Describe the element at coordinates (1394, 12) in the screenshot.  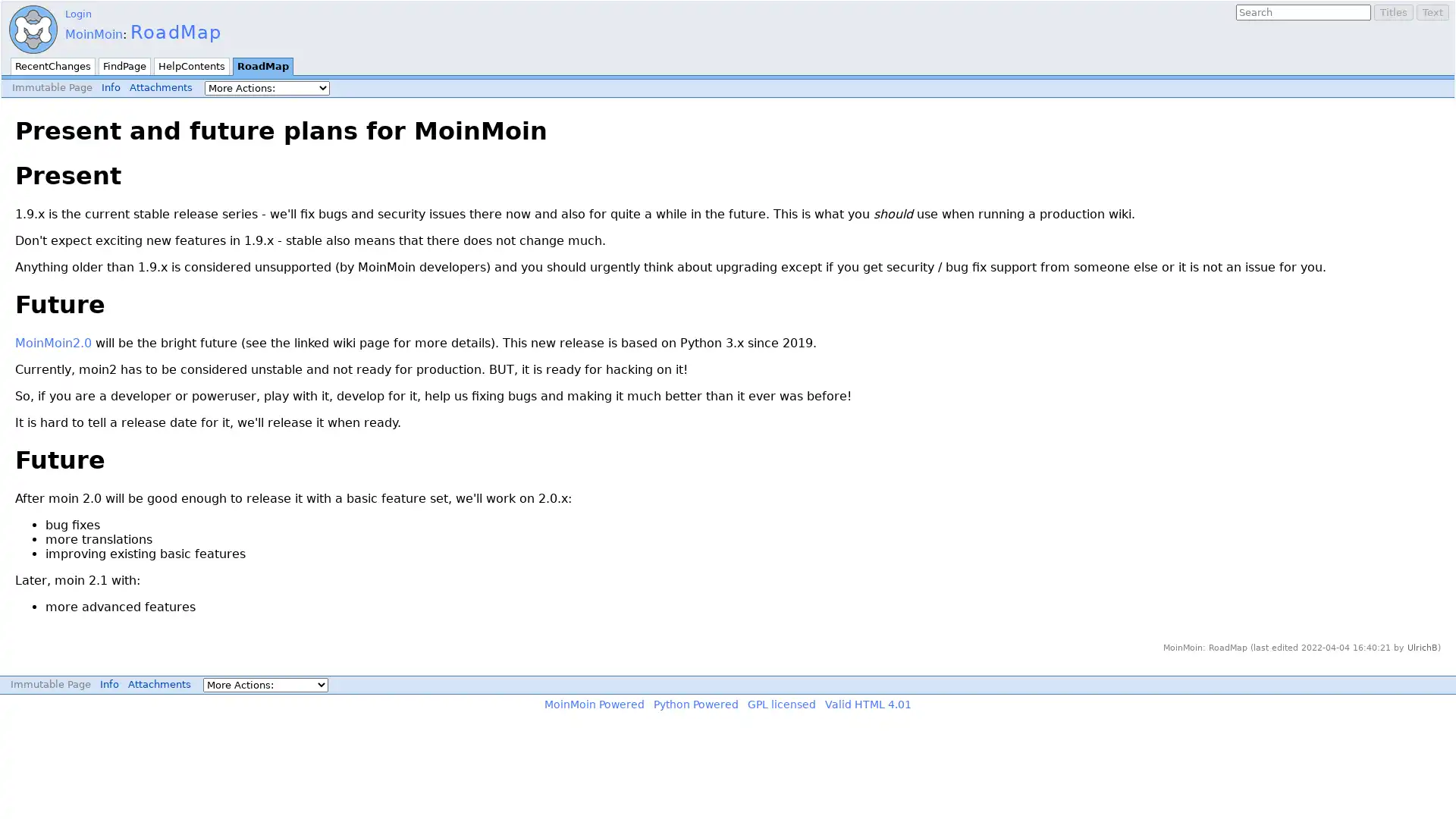
I see `Titles` at that location.